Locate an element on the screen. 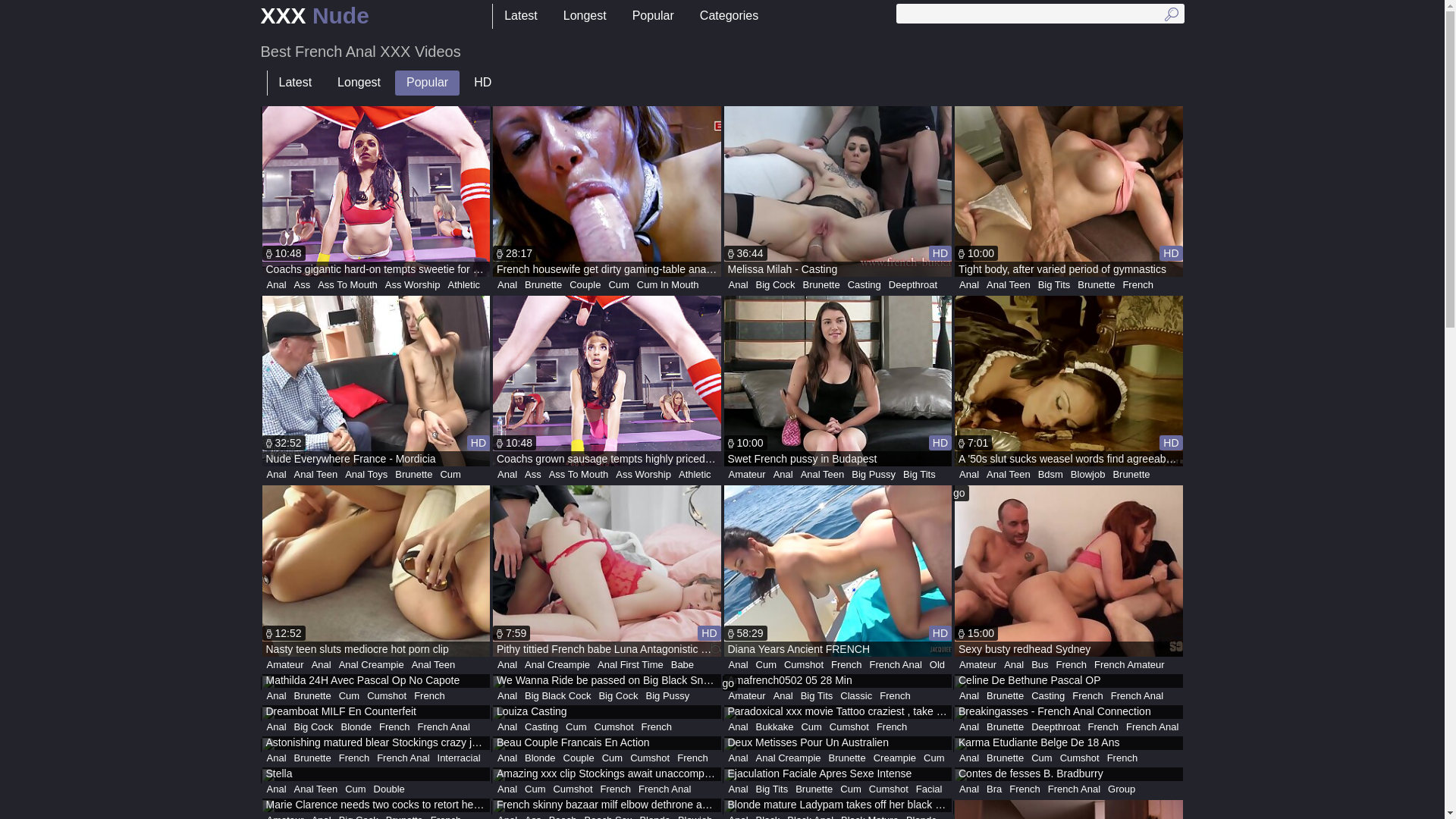  'Bra' is located at coordinates (993, 789).